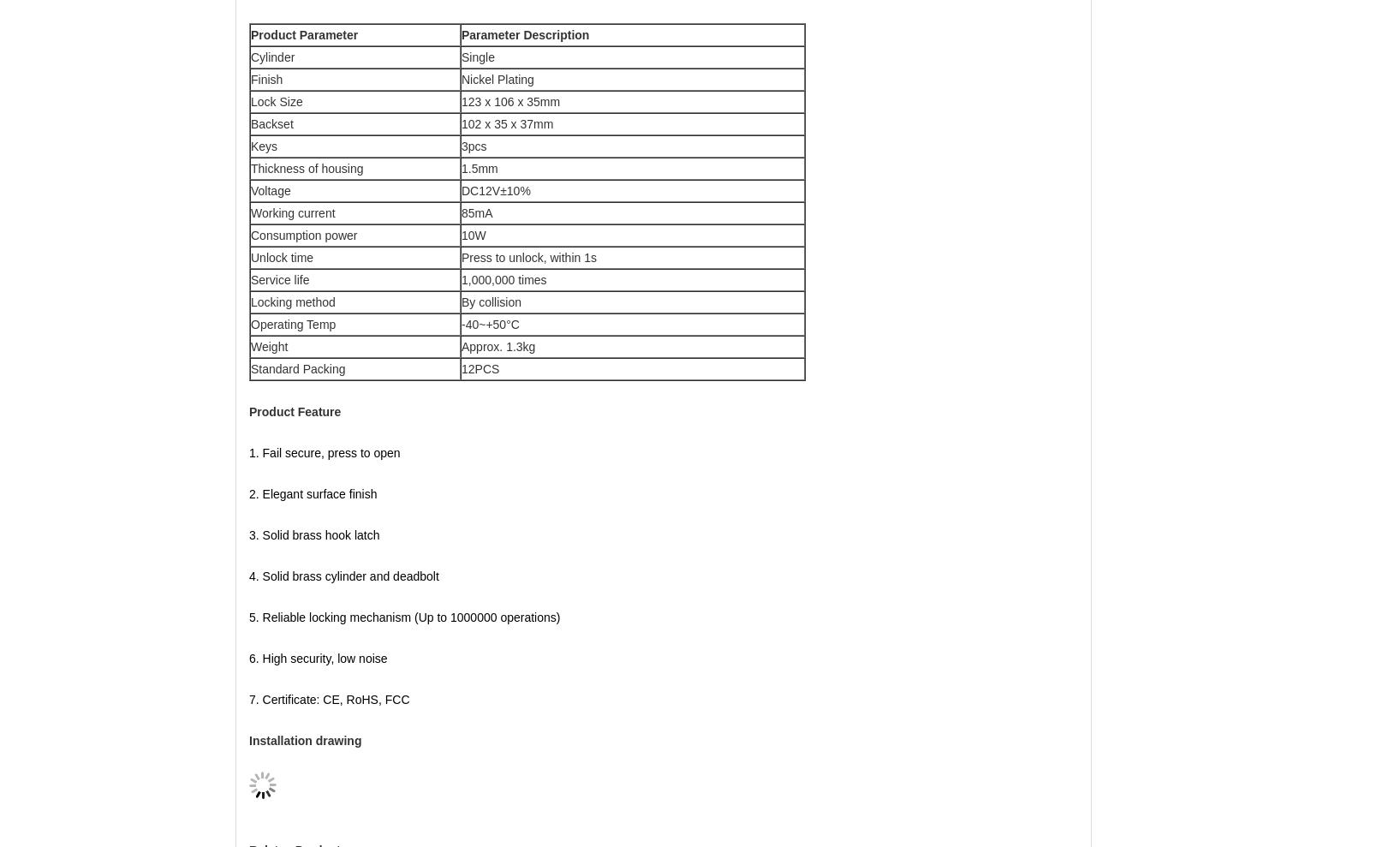  What do you see at coordinates (271, 57) in the screenshot?
I see `'Cylinder'` at bounding box center [271, 57].